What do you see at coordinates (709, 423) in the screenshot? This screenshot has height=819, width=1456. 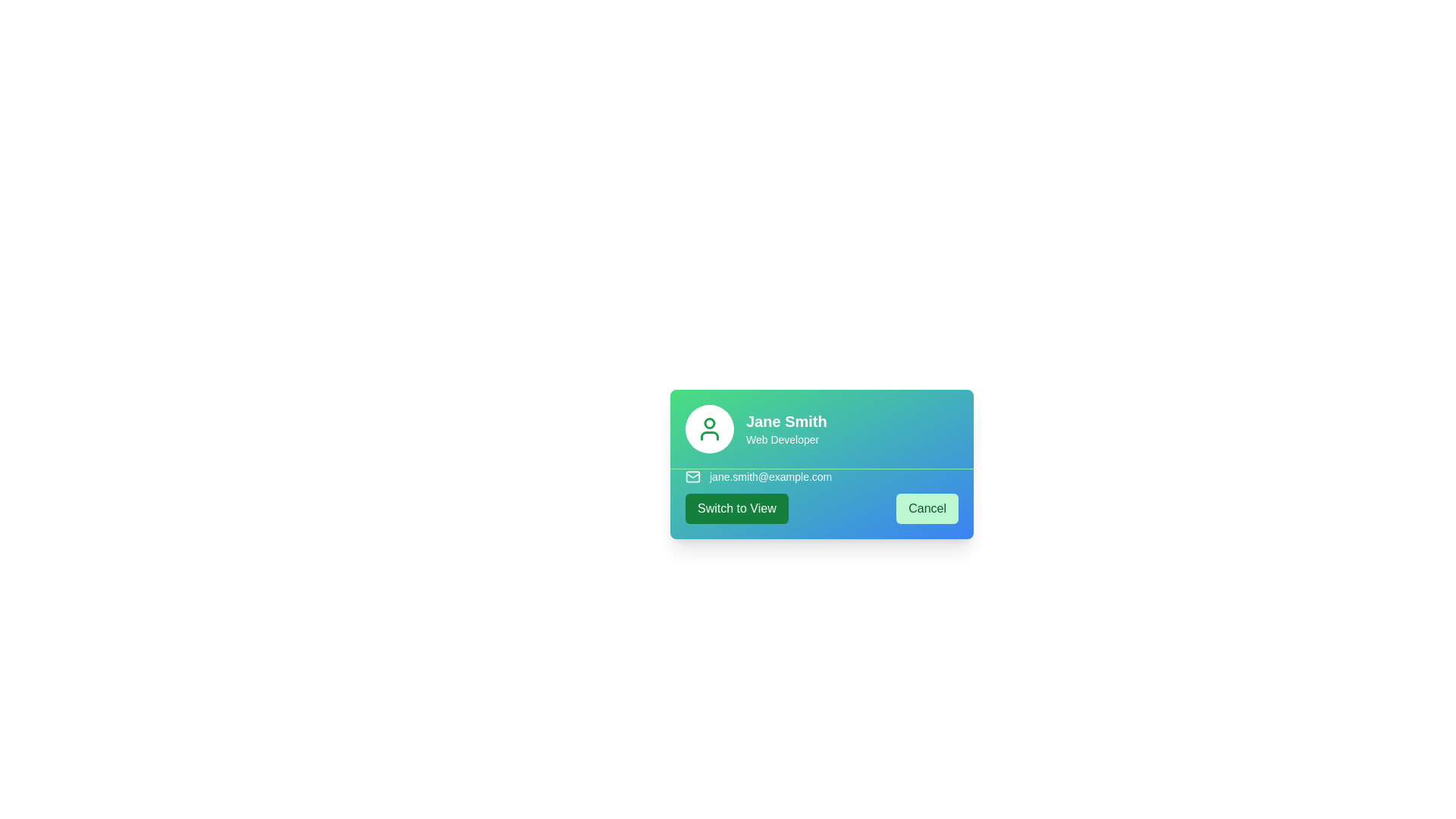 I see `the user's avatar icon within the user profile card, which is a small circular shape located above the text elements` at bounding box center [709, 423].